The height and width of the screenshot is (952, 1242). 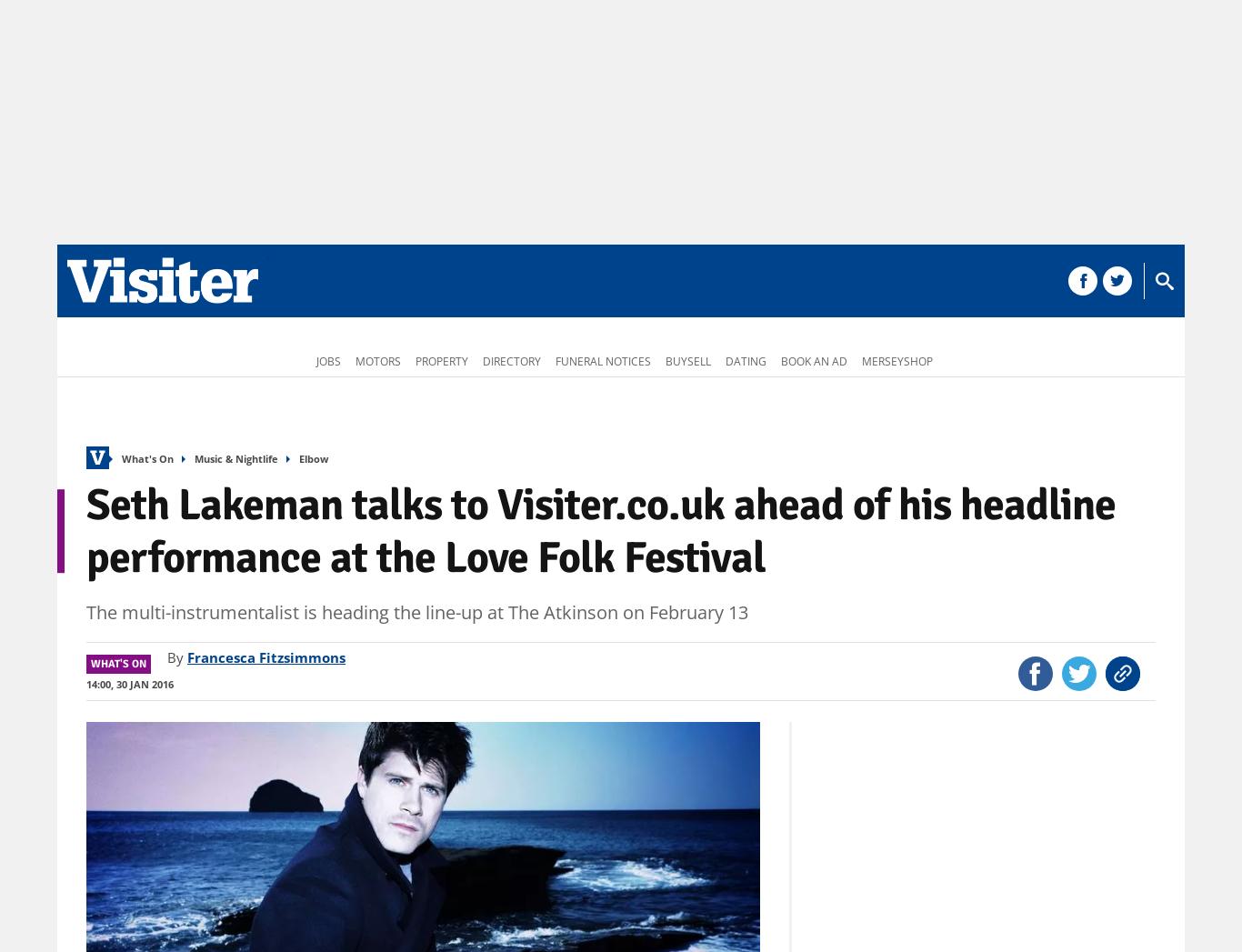 What do you see at coordinates (442, 360) in the screenshot?
I see `'Property'` at bounding box center [442, 360].